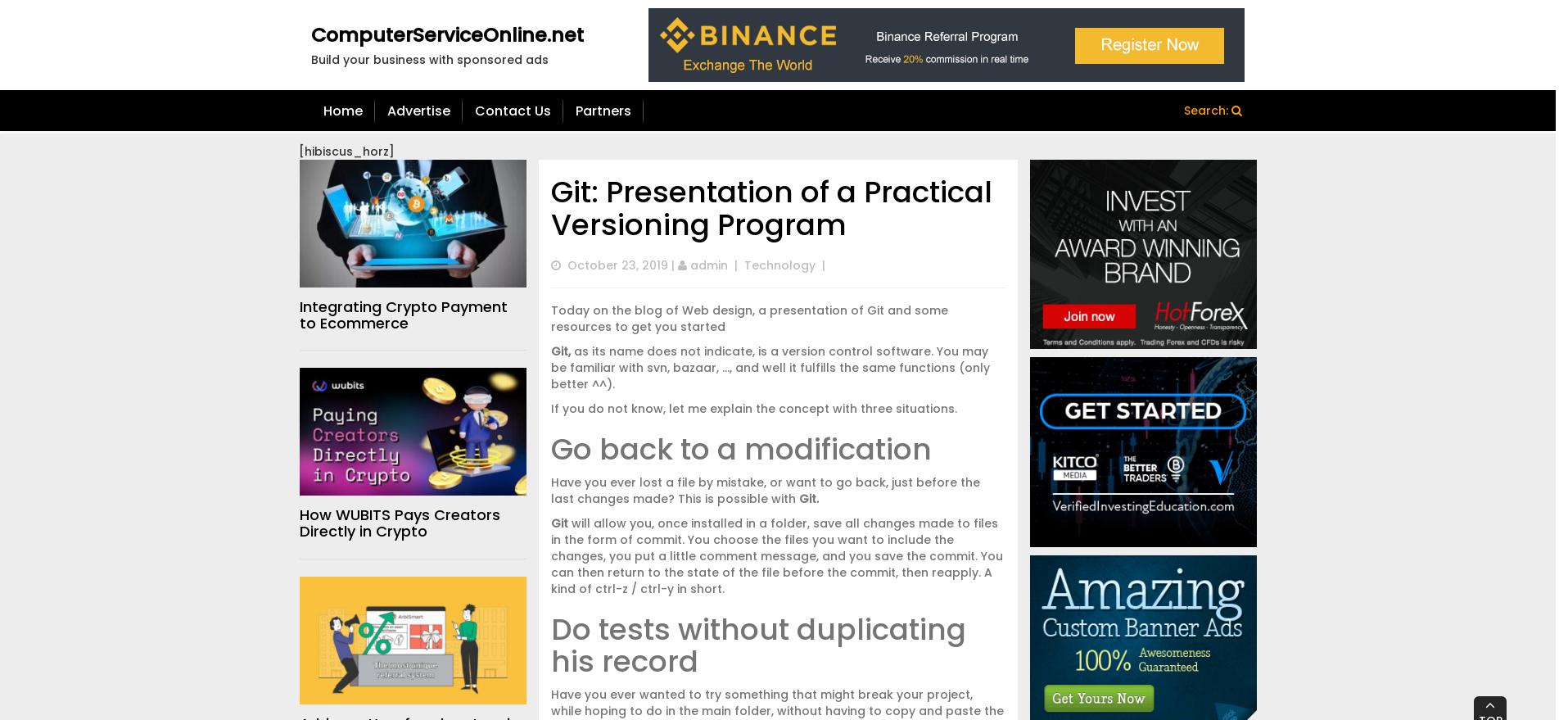 This screenshot has width=1568, height=720. What do you see at coordinates (513, 111) in the screenshot?
I see `'Contact Us'` at bounding box center [513, 111].